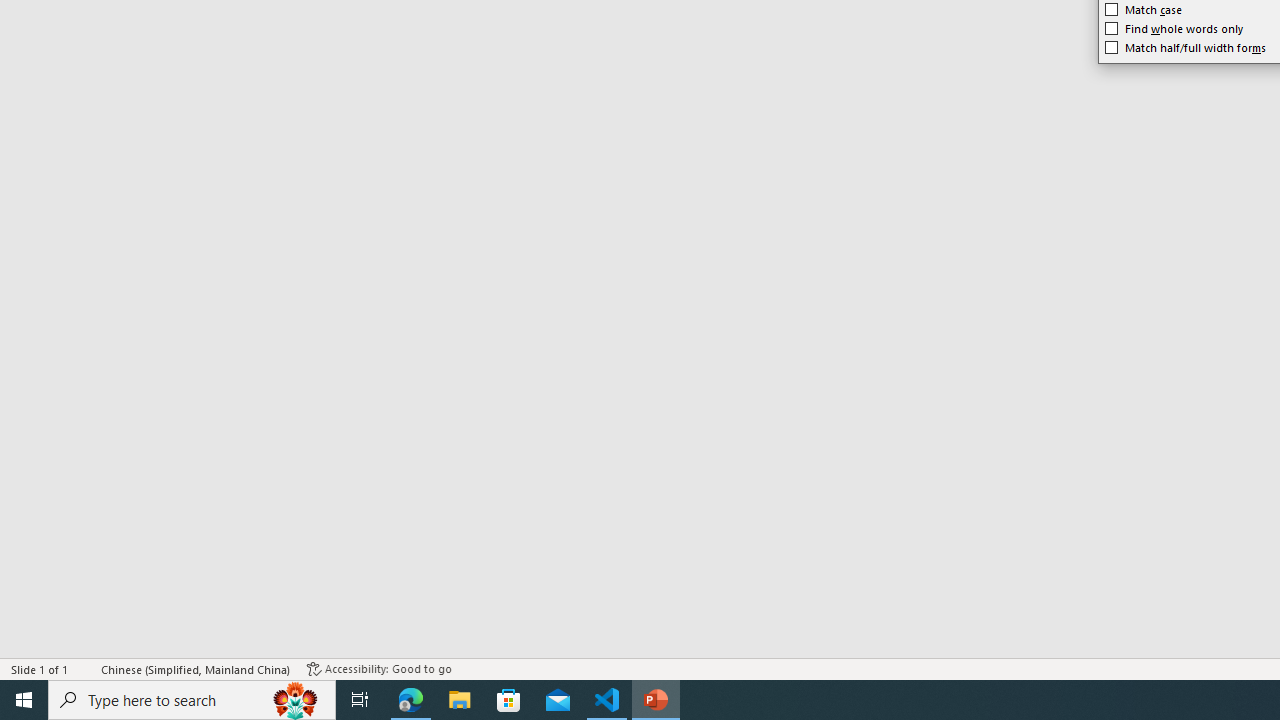  What do you see at coordinates (359, 698) in the screenshot?
I see `'Task View'` at bounding box center [359, 698].